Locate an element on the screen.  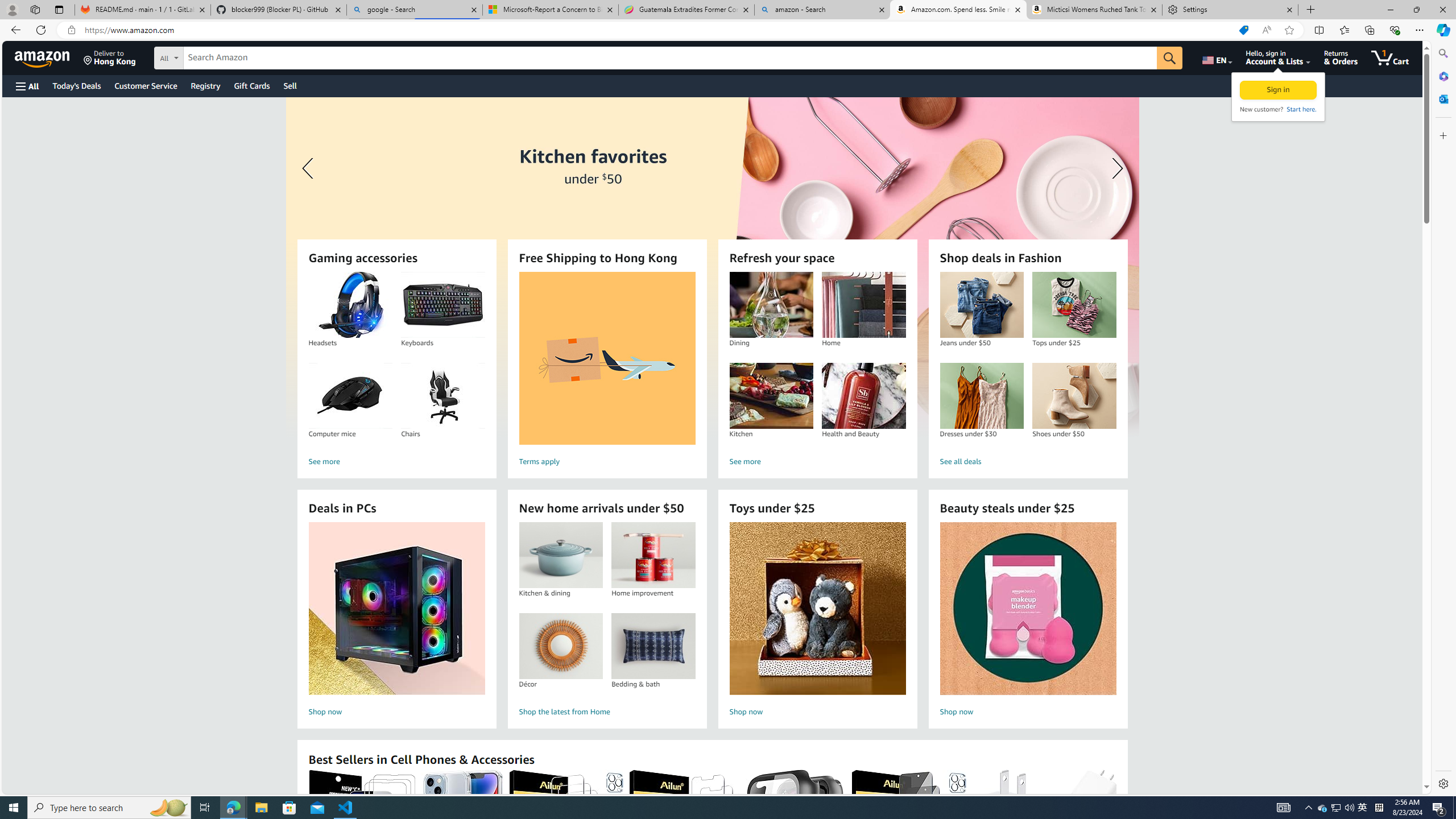
'Dresses under $30' is located at coordinates (981, 396).